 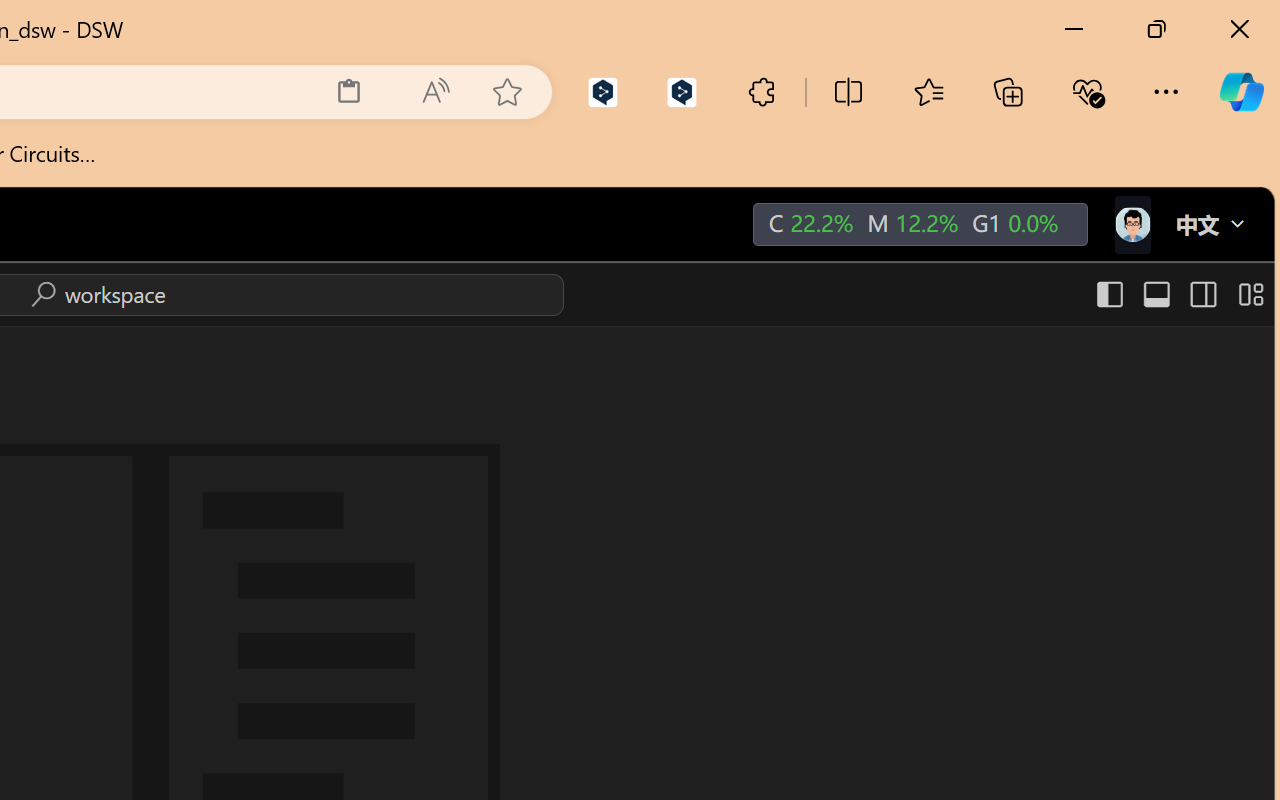 What do you see at coordinates (1200, 294) in the screenshot?
I see `'Toggle Secondary Side Bar (Ctrl+Alt+B)'` at bounding box center [1200, 294].